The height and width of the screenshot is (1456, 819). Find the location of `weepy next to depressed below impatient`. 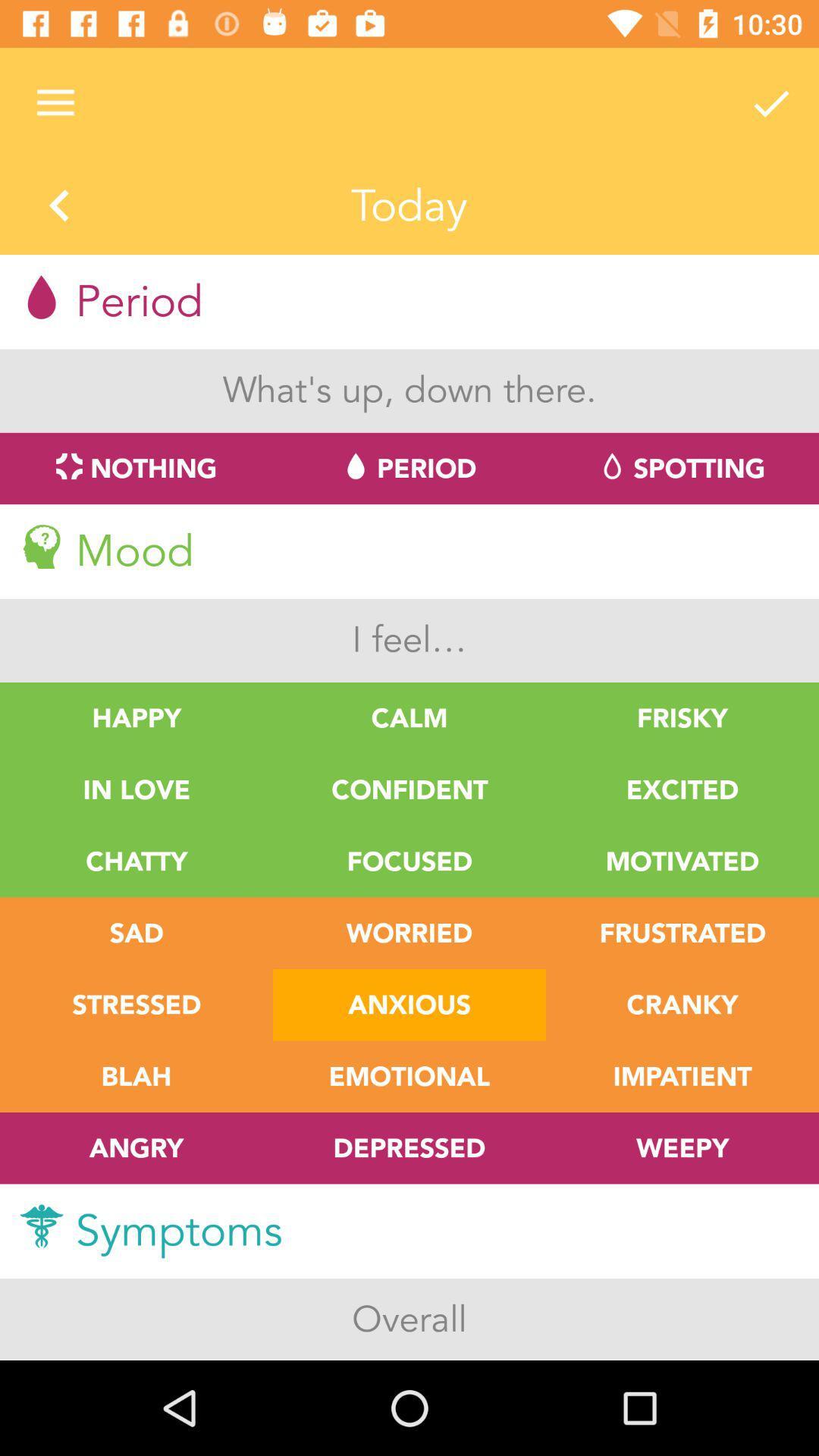

weepy next to depressed below impatient is located at coordinates (681, 1148).